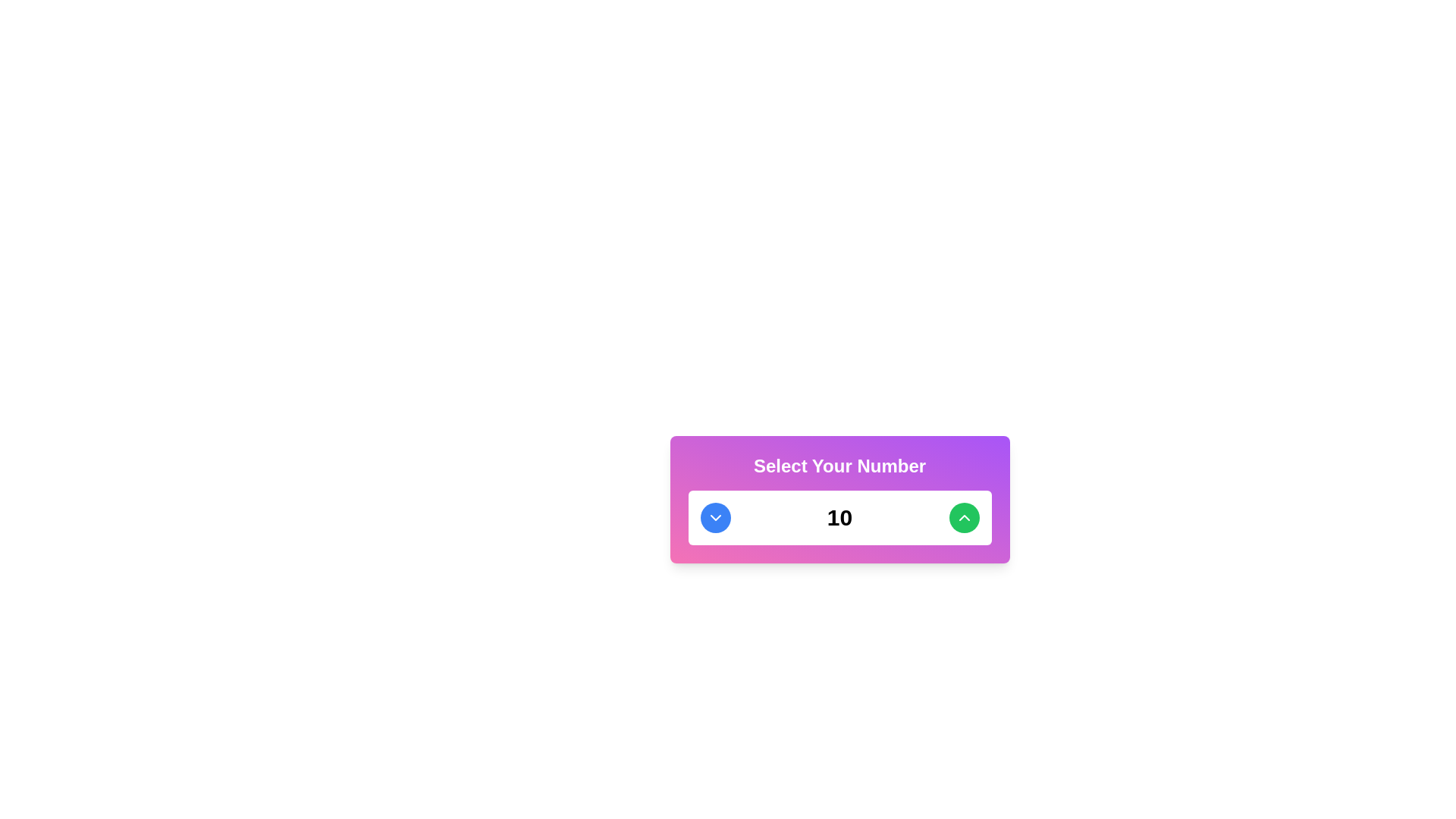 Image resolution: width=1456 pixels, height=819 pixels. Describe the element at coordinates (714, 516) in the screenshot. I see `the dropdown icon located on the left side of the input box displaying the number '10' within the 'Select Your Number' card` at that location.